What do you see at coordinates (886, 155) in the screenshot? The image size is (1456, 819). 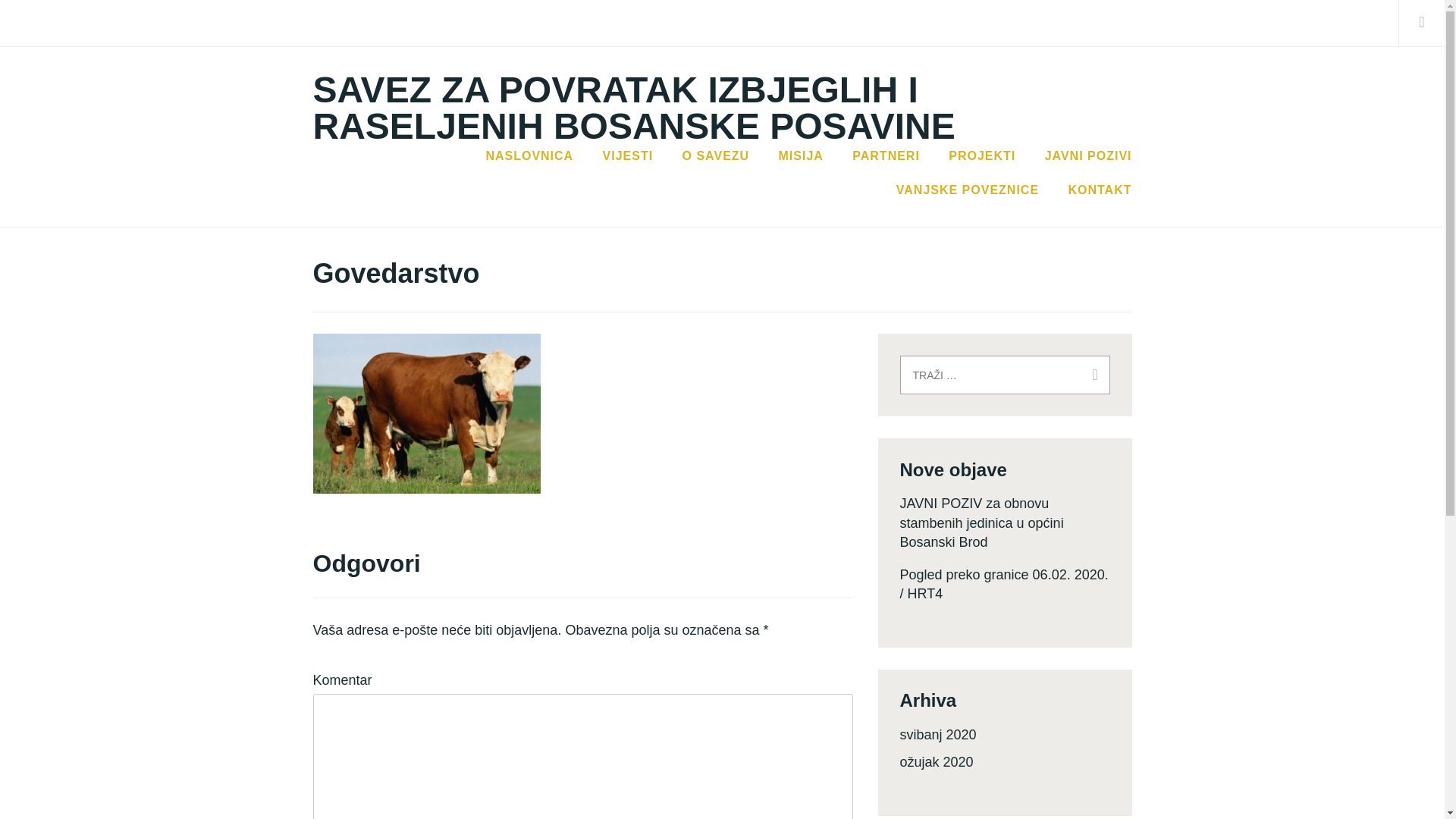 I see `'PARTNERI'` at bounding box center [886, 155].